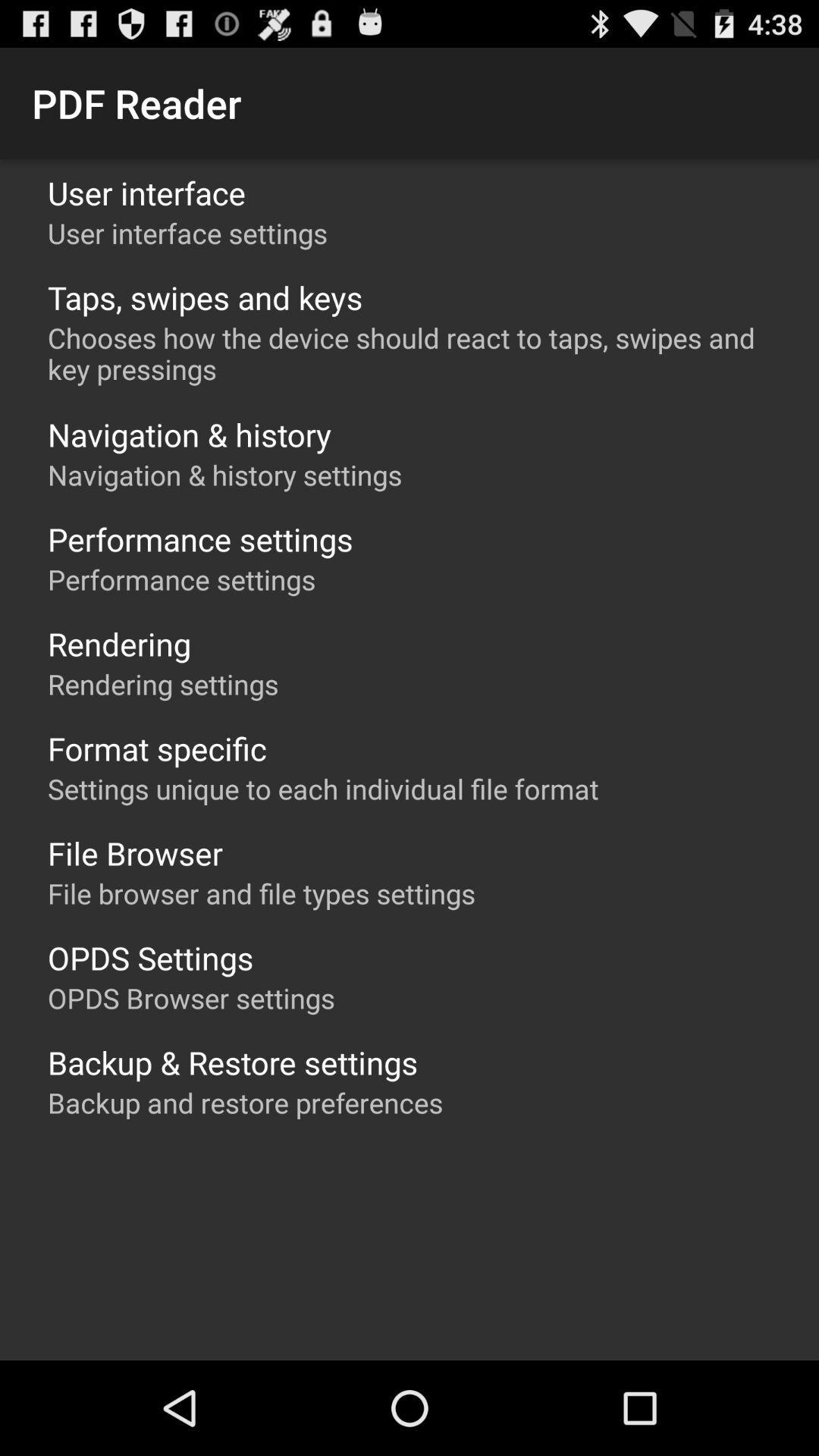 Image resolution: width=819 pixels, height=1456 pixels. Describe the element at coordinates (157, 748) in the screenshot. I see `format specific` at that location.